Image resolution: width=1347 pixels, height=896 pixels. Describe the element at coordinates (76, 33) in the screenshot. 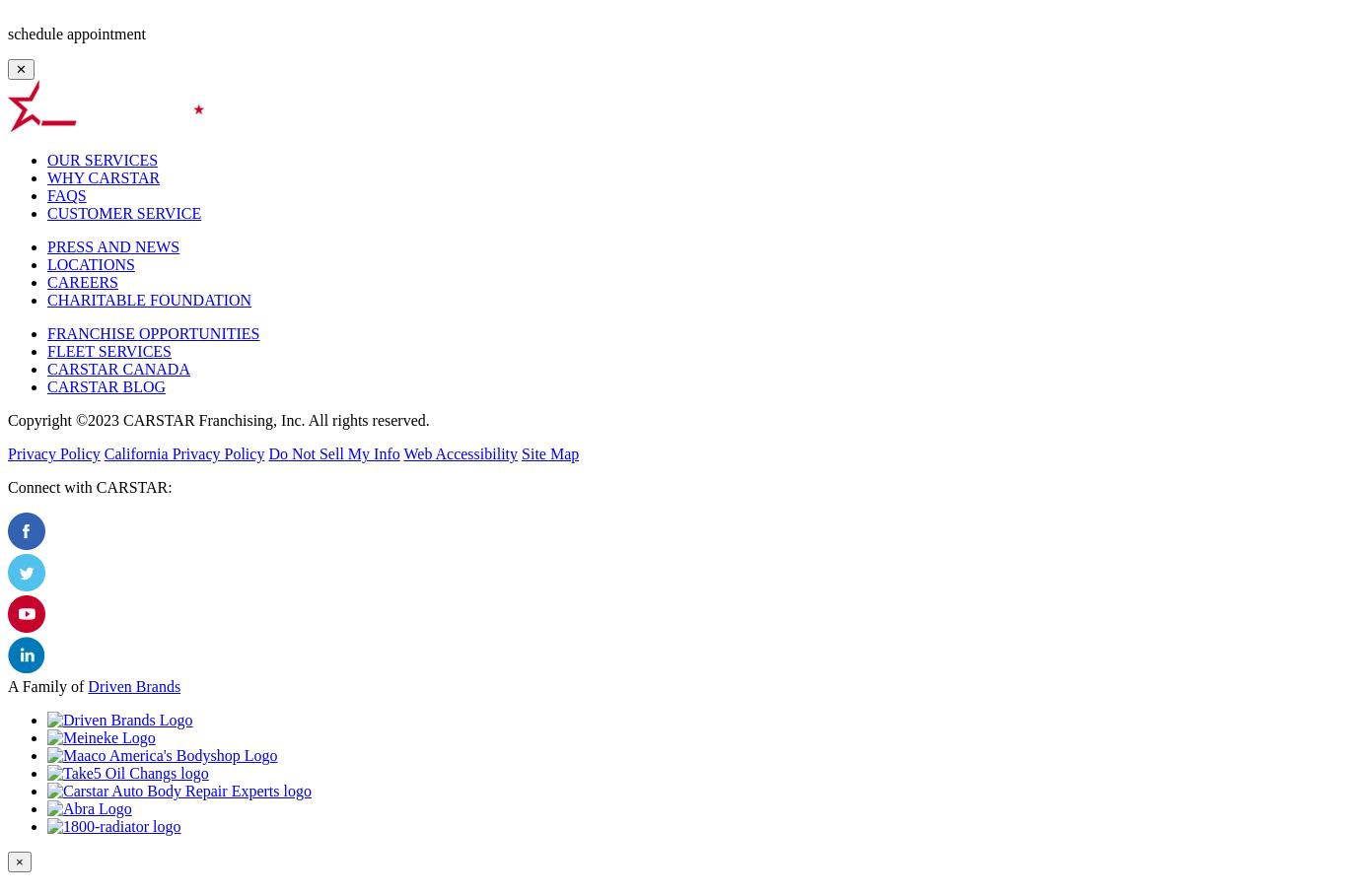

I see `'schedule appointment'` at that location.